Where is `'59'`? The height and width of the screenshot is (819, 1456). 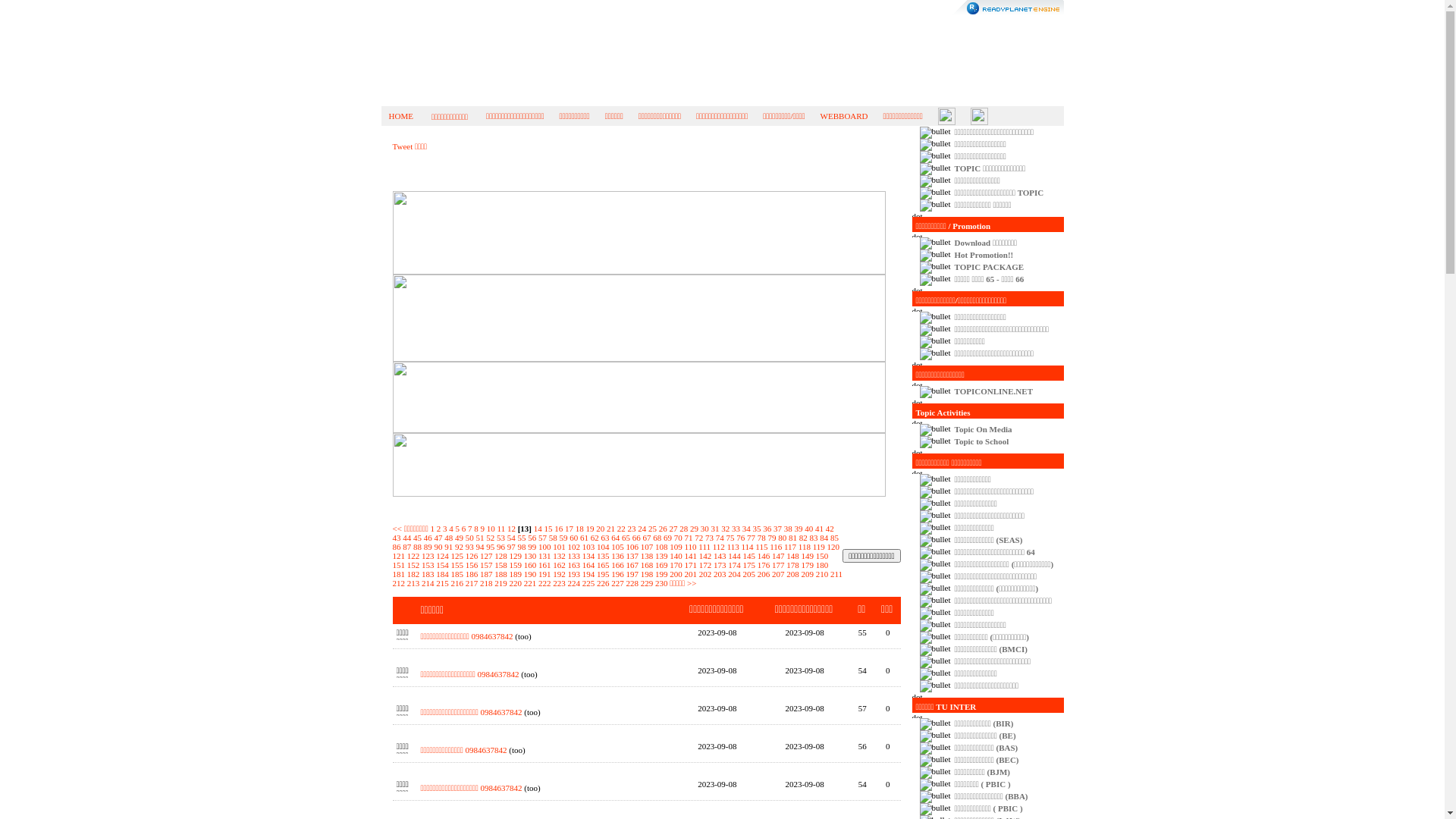 '59' is located at coordinates (563, 537).